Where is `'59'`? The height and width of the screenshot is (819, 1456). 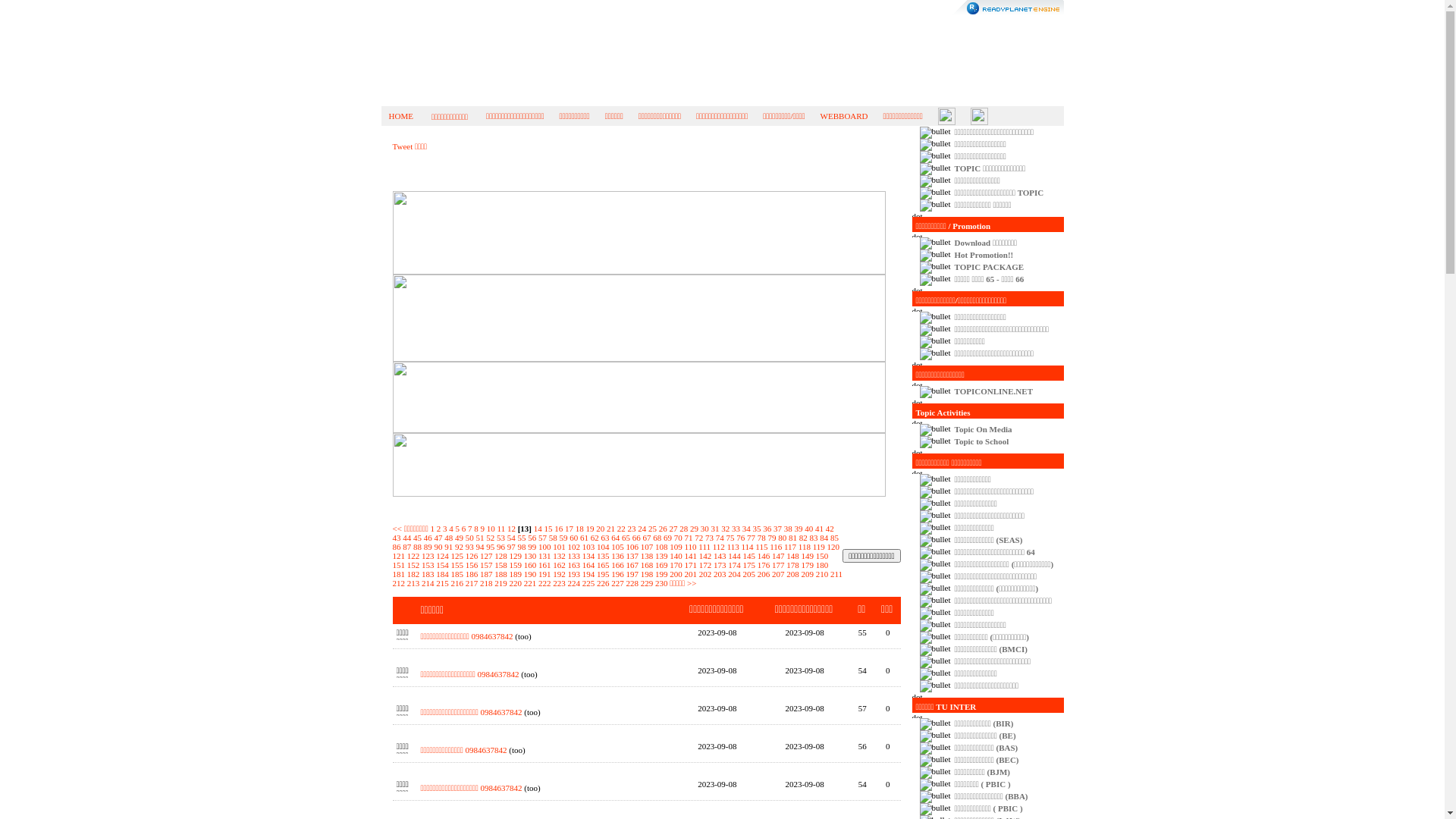 '59' is located at coordinates (563, 537).